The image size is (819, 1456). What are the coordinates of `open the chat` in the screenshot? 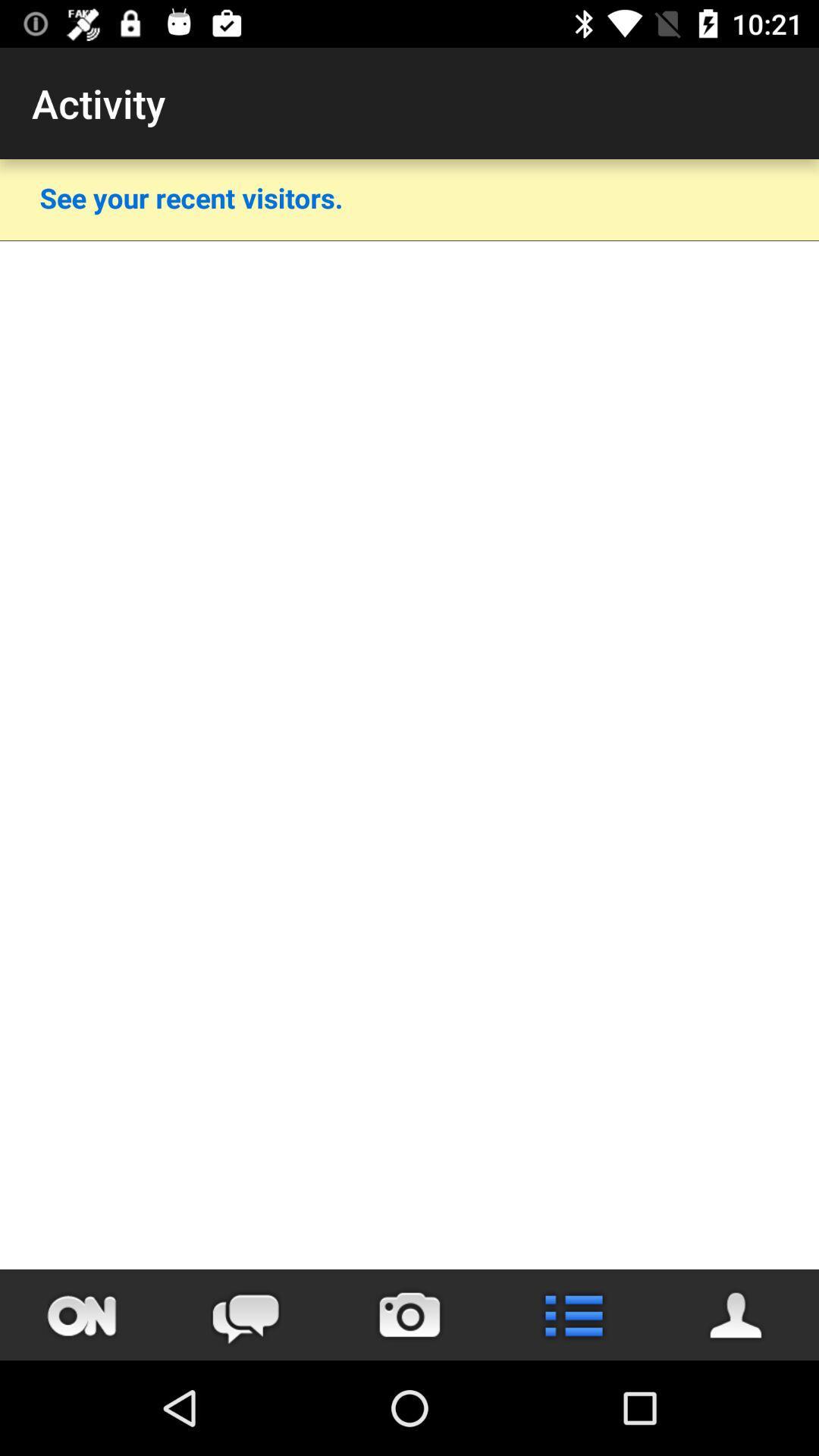 It's located at (245, 1314).